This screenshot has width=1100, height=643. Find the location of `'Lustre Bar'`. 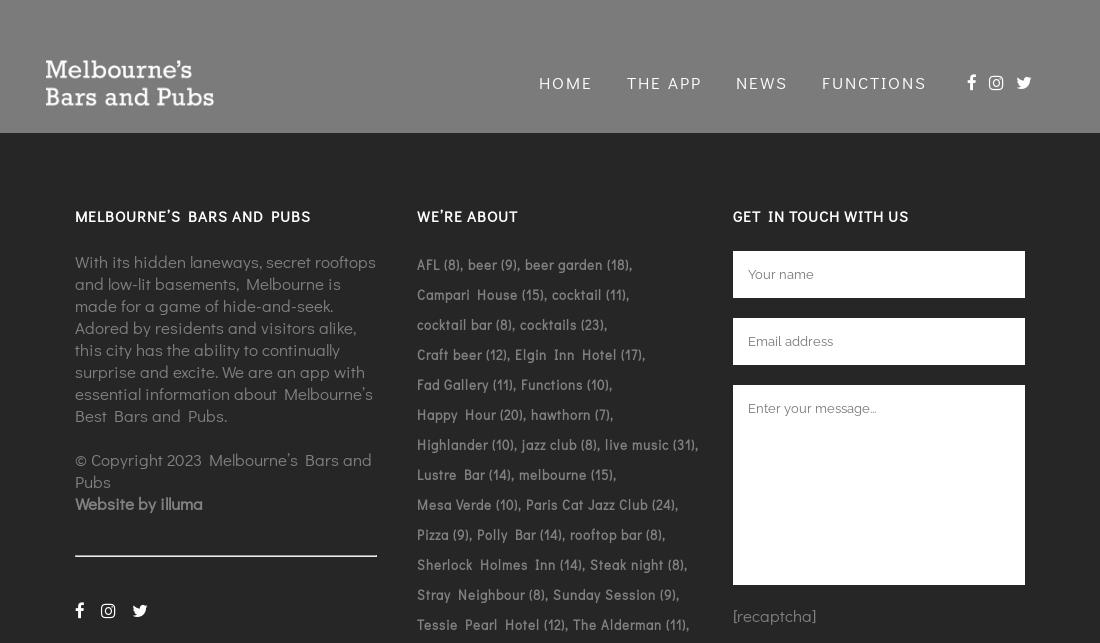

'Lustre Bar' is located at coordinates (449, 472).